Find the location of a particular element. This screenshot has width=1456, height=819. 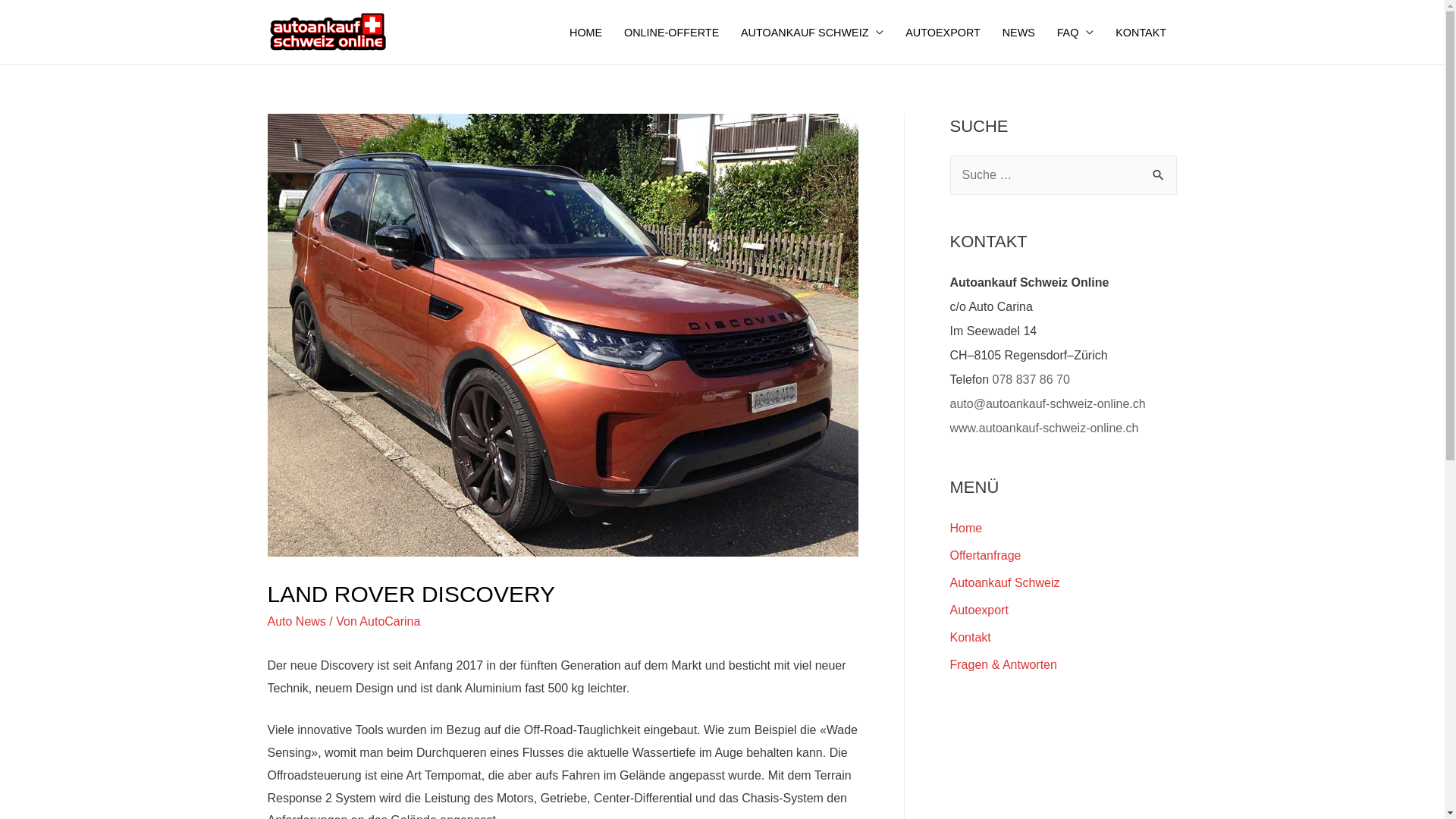

'NEWS' is located at coordinates (1018, 32).